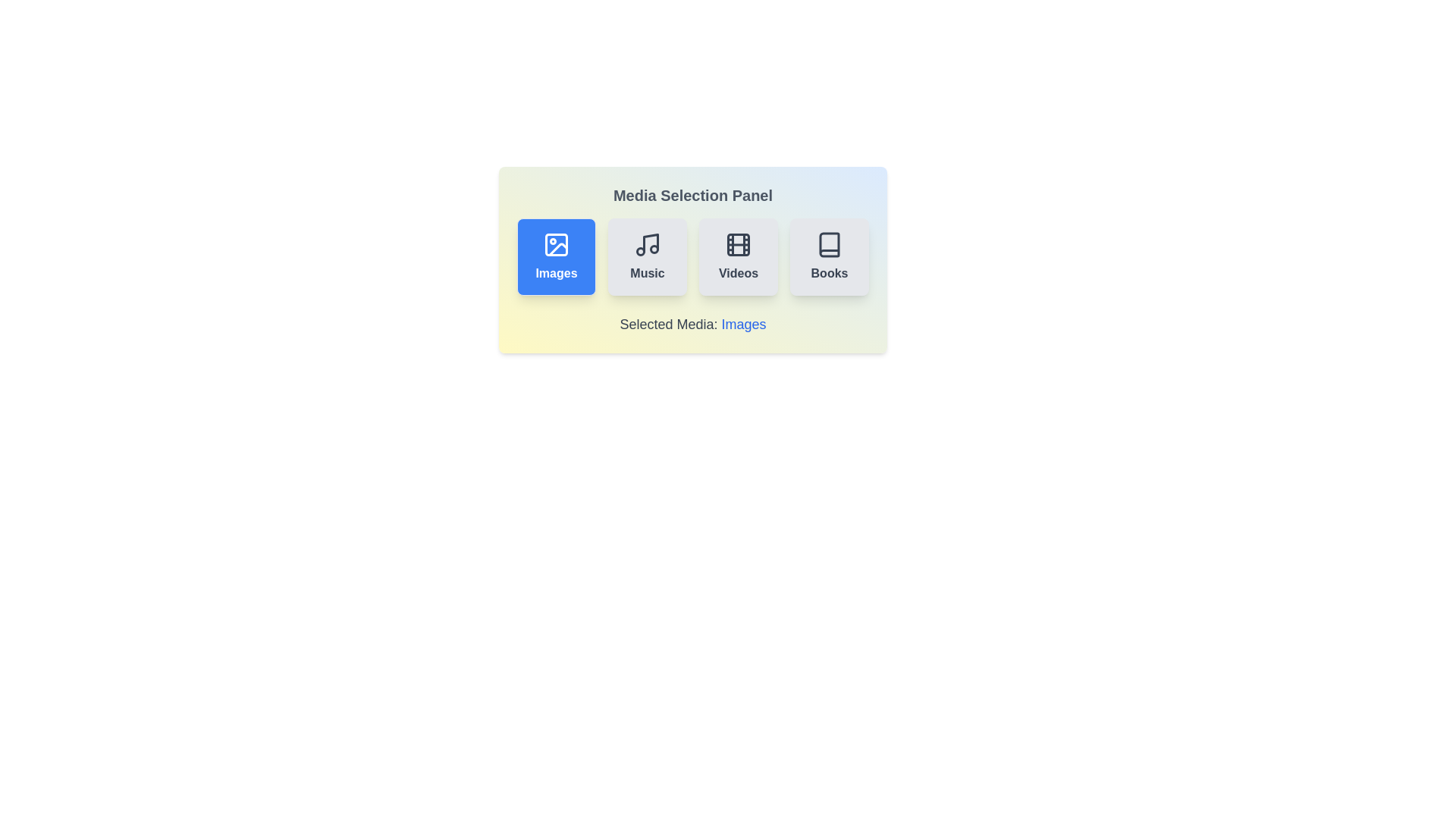  Describe the element at coordinates (829, 256) in the screenshot. I see `the button for media type Books` at that location.